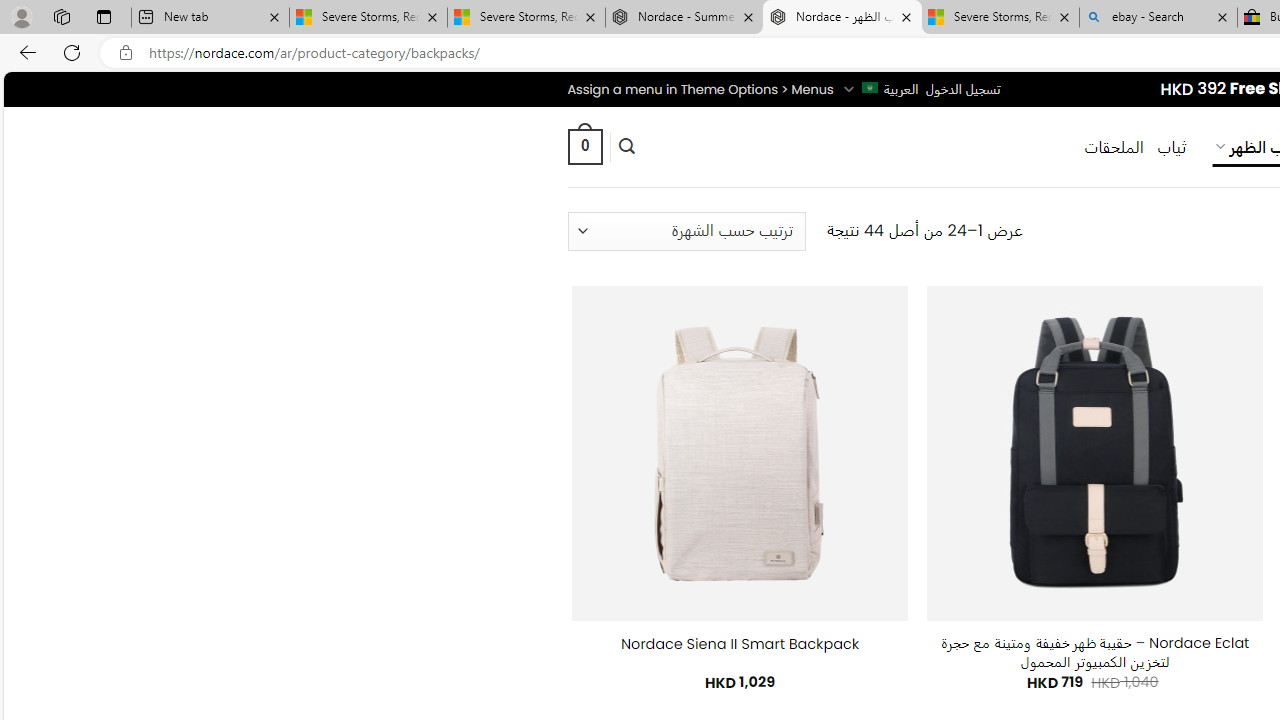  What do you see at coordinates (700, 88) in the screenshot?
I see `'Assign a menu in Theme Options > Menus'` at bounding box center [700, 88].